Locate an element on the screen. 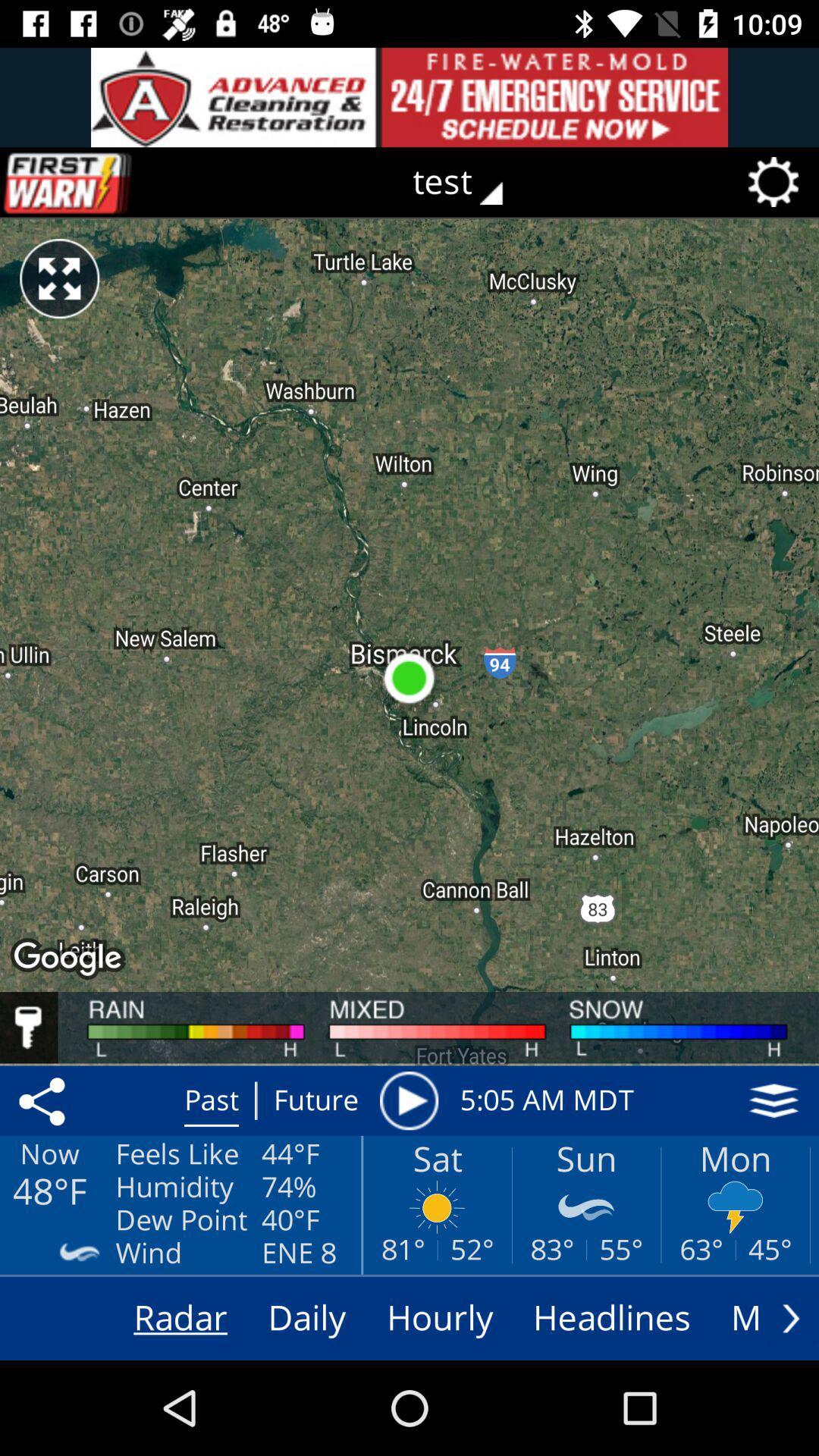 This screenshot has height=1456, width=819. timeline animation is located at coordinates (408, 1100).